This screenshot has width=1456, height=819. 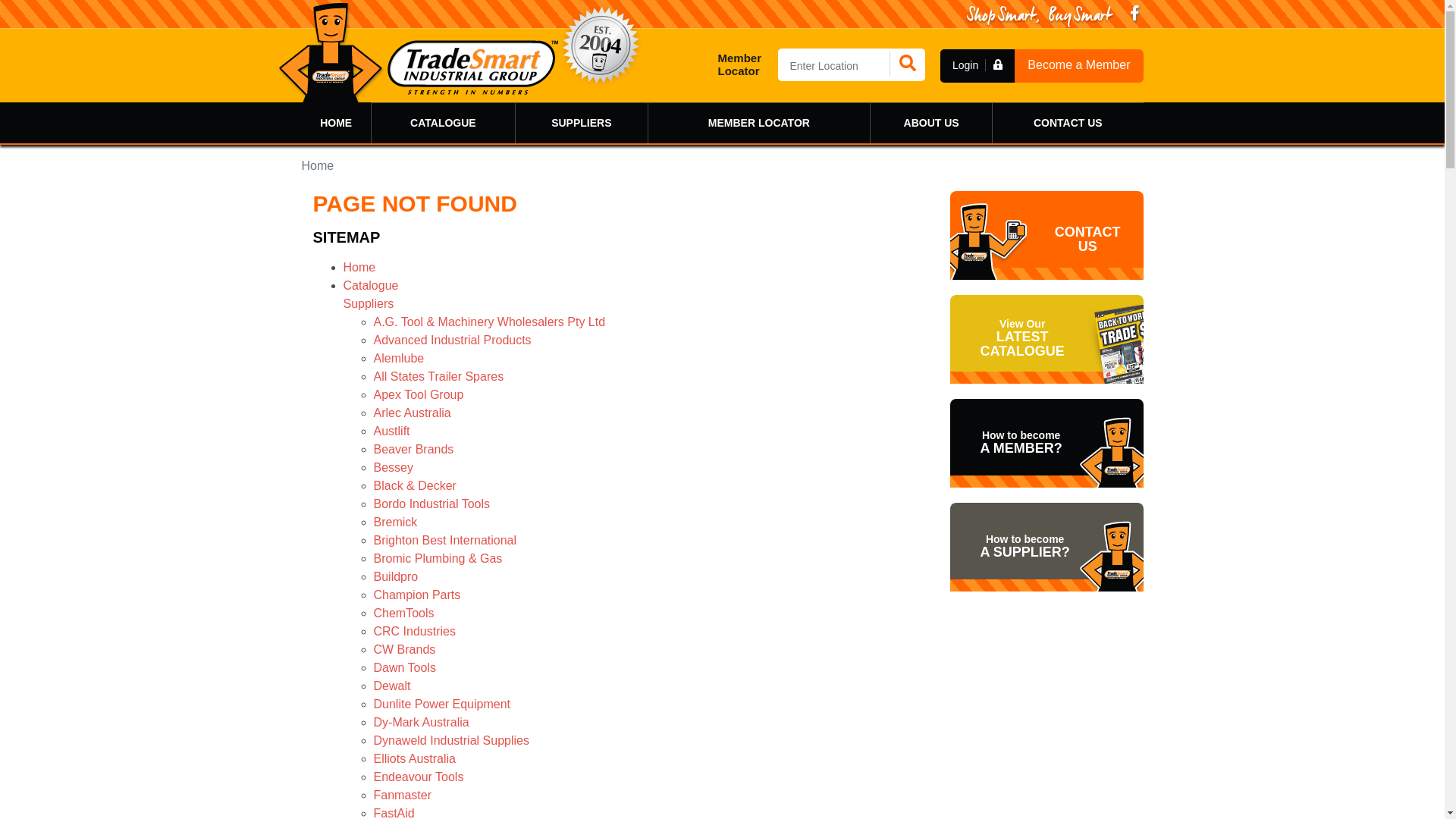 What do you see at coordinates (401, 794) in the screenshot?
I see `'Fanmaster'` at bounding box center [401, 794].